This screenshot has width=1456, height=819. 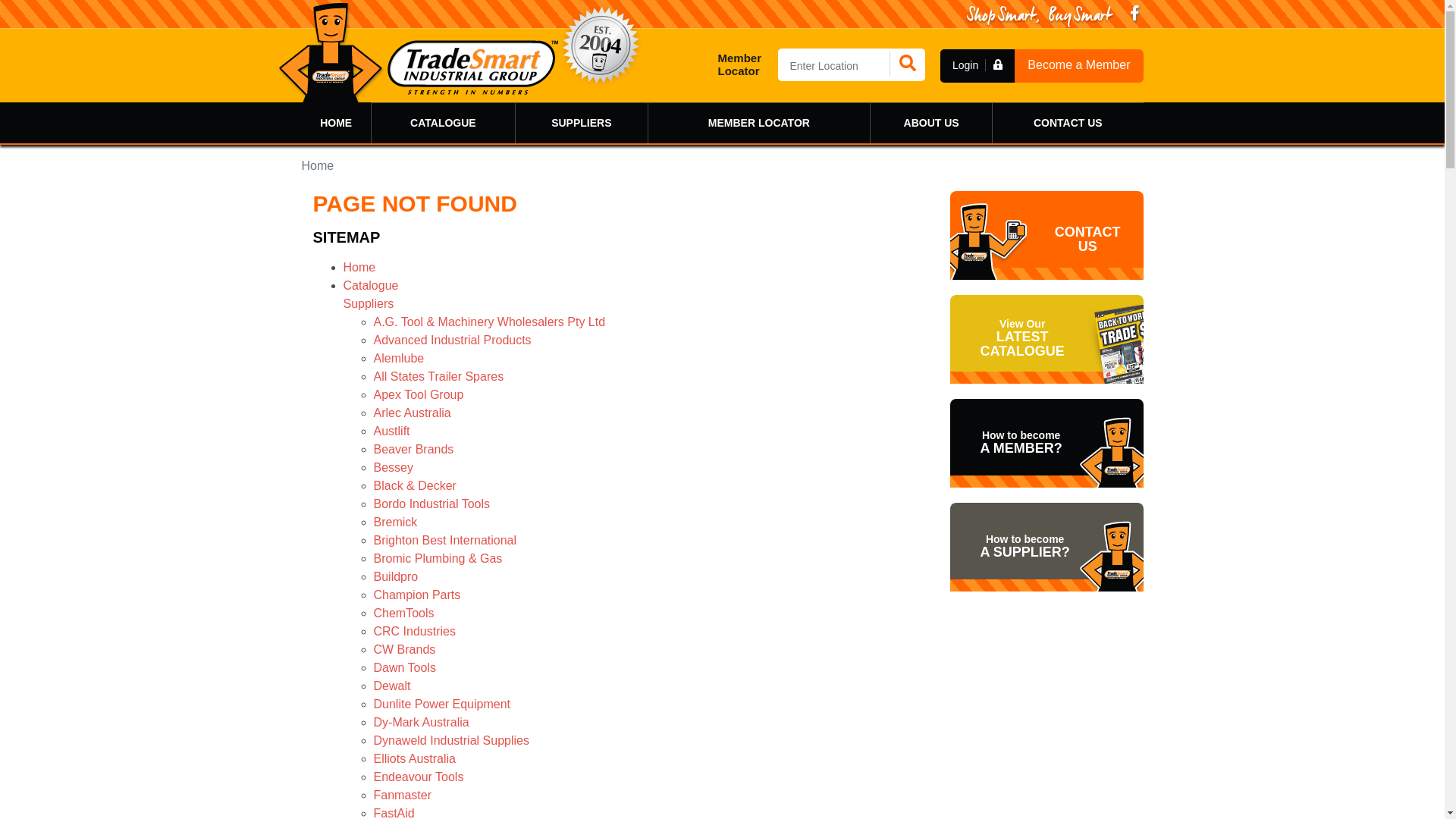 What do you see at coordinates (401, 794) in the screenshot?
I see `'Fanmaster'` at bounding box center [401, 794].